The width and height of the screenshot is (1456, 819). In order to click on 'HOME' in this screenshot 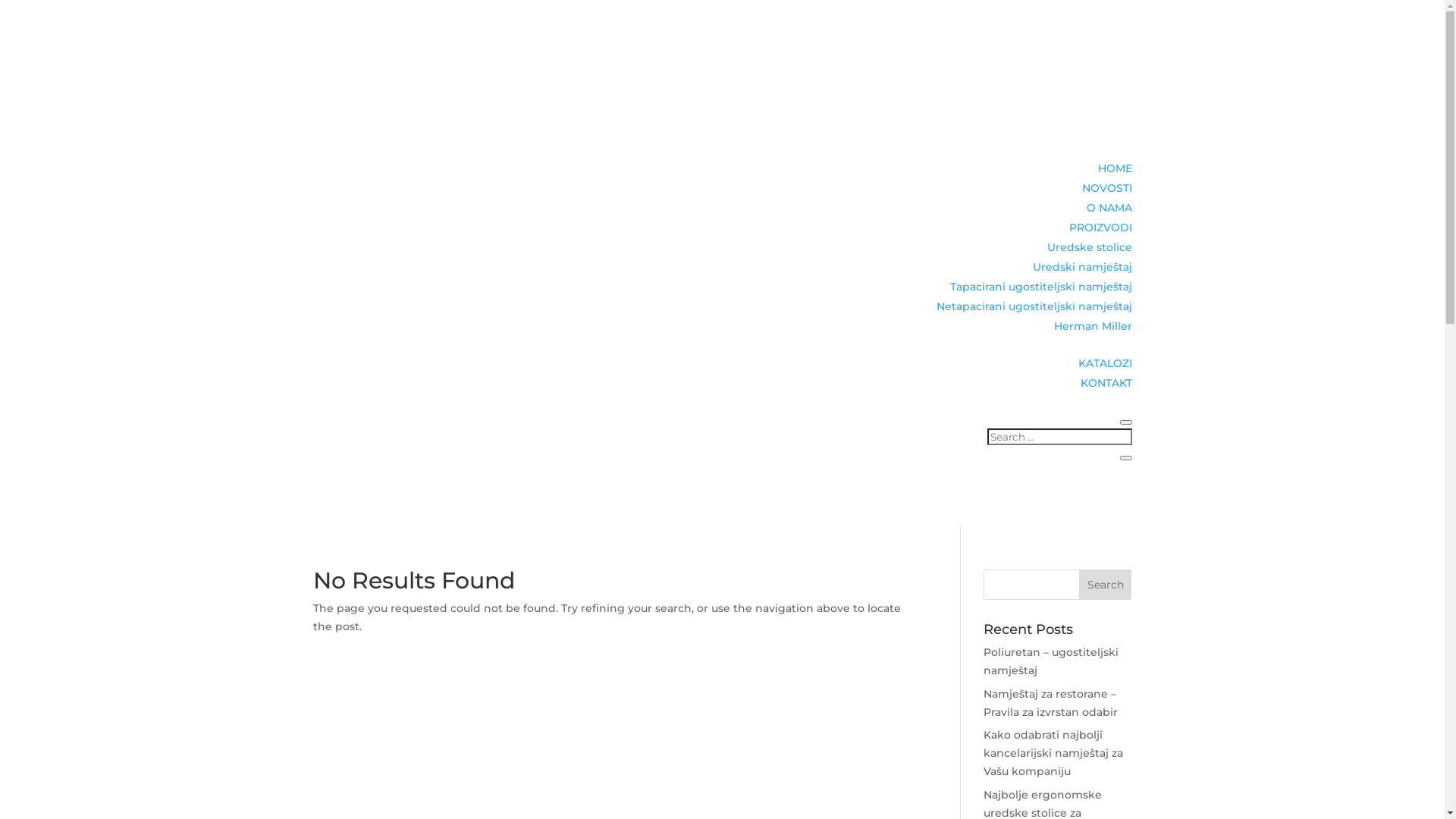, I will do `click(1115, 168)`.